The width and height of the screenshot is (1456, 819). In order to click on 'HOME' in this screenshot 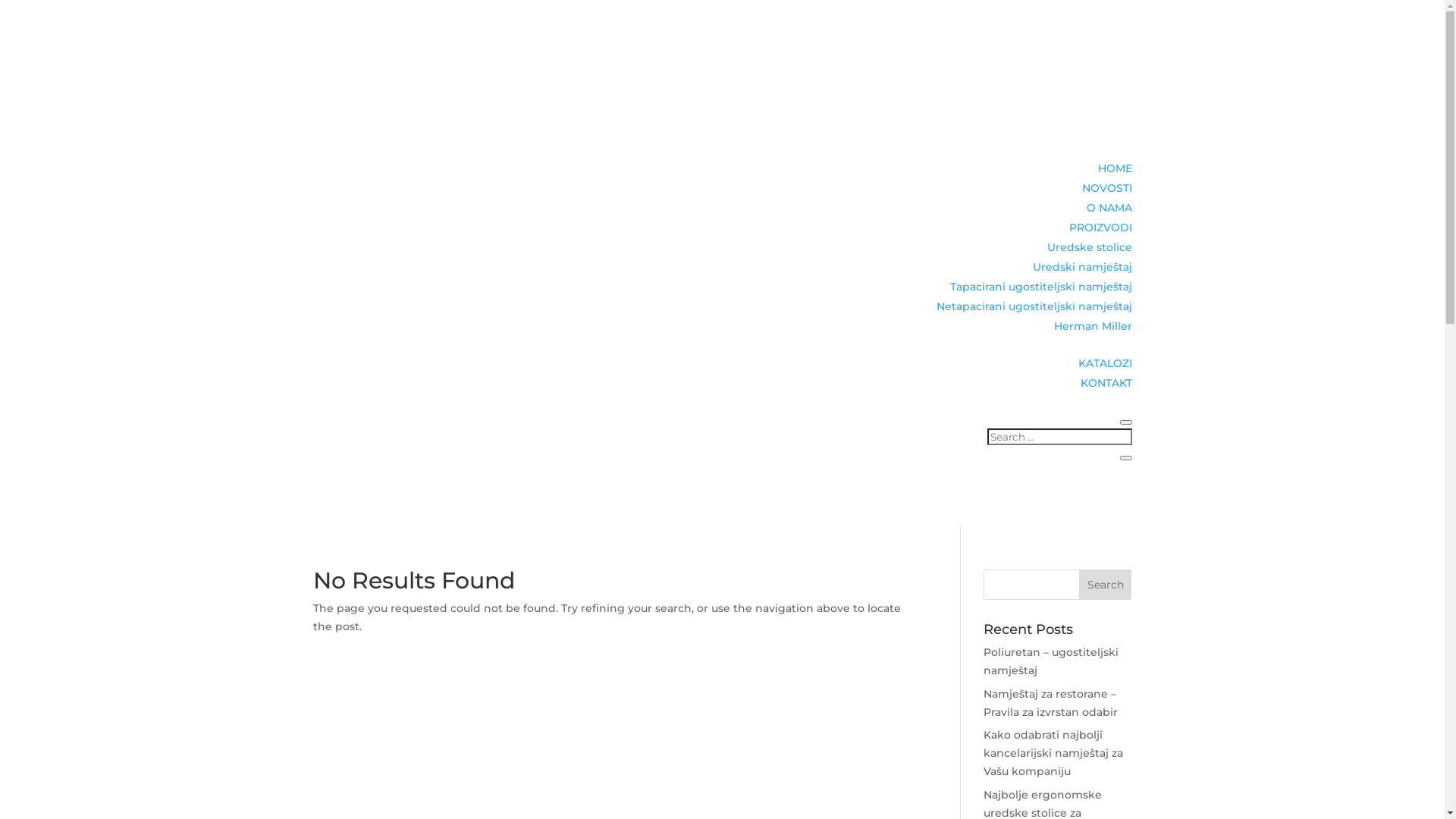, I will do `click(1115, 168)`.